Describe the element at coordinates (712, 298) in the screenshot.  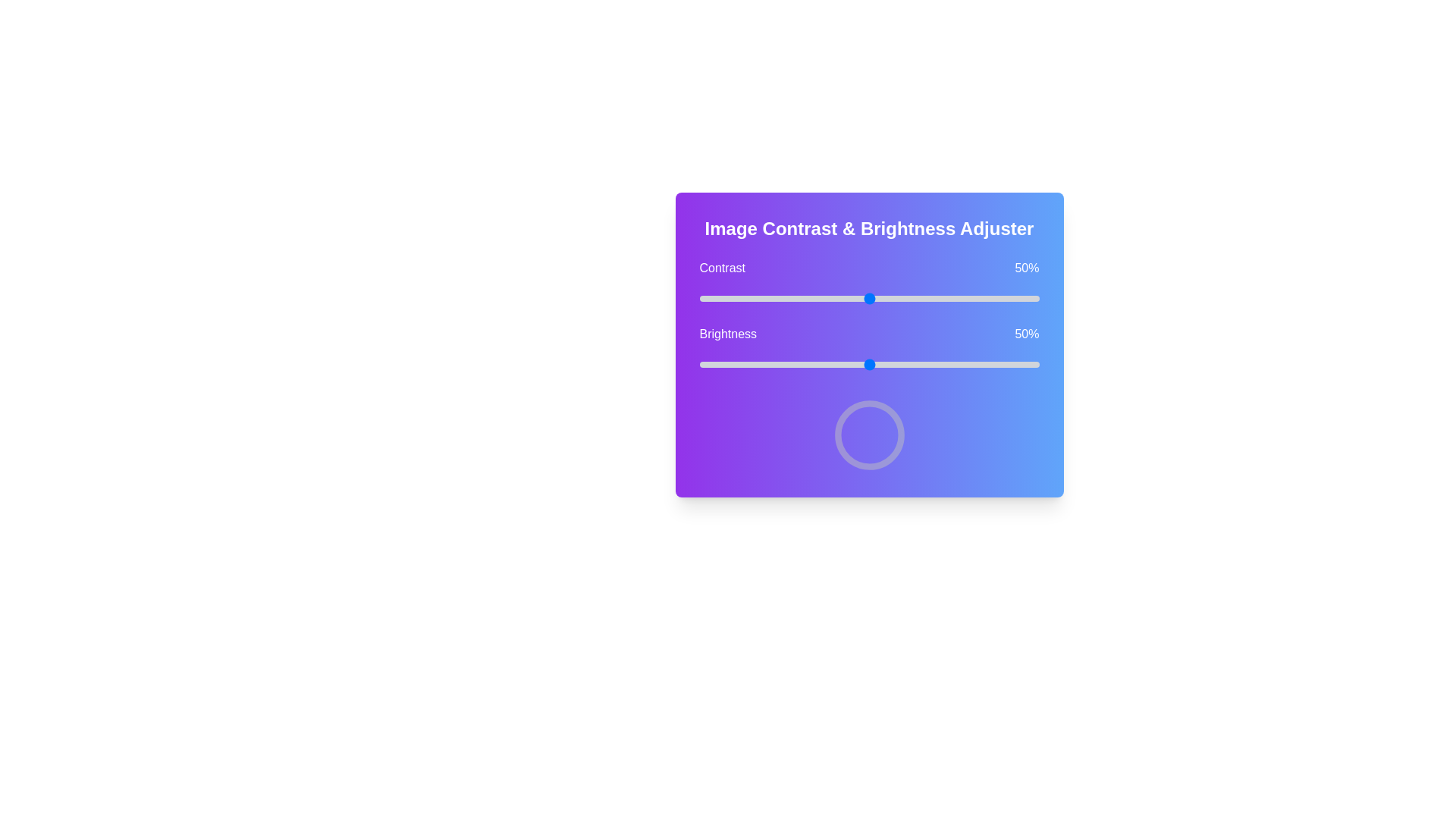
I see `the 0 slider to 4% to observe changes in the circle` at that location.